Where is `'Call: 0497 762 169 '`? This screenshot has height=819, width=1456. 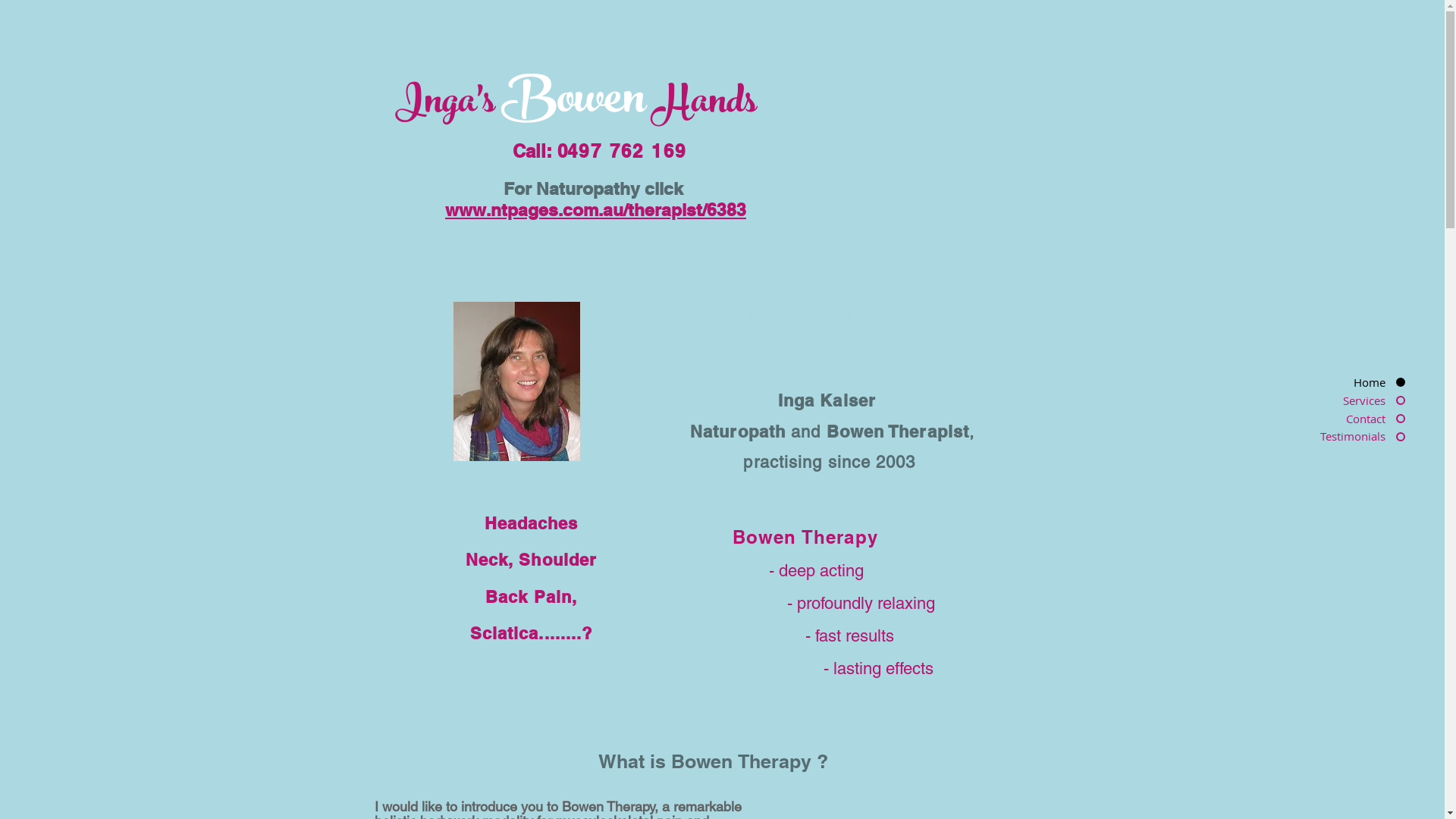
'Call: 0497 762 169 ' is located at coordinates (601, 151).